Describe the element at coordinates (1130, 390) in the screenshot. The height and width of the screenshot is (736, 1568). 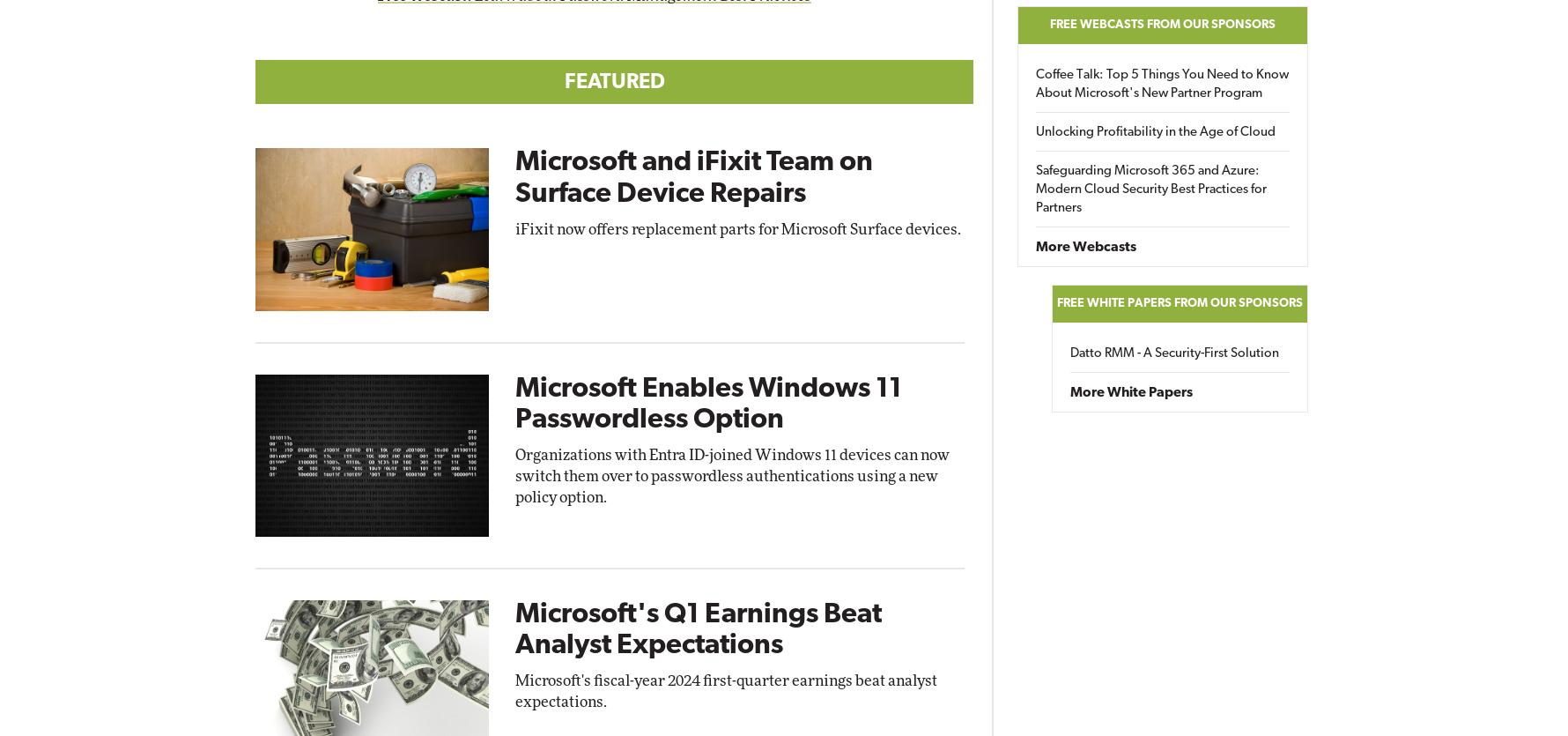
I see `'More White Papers'` at that location.